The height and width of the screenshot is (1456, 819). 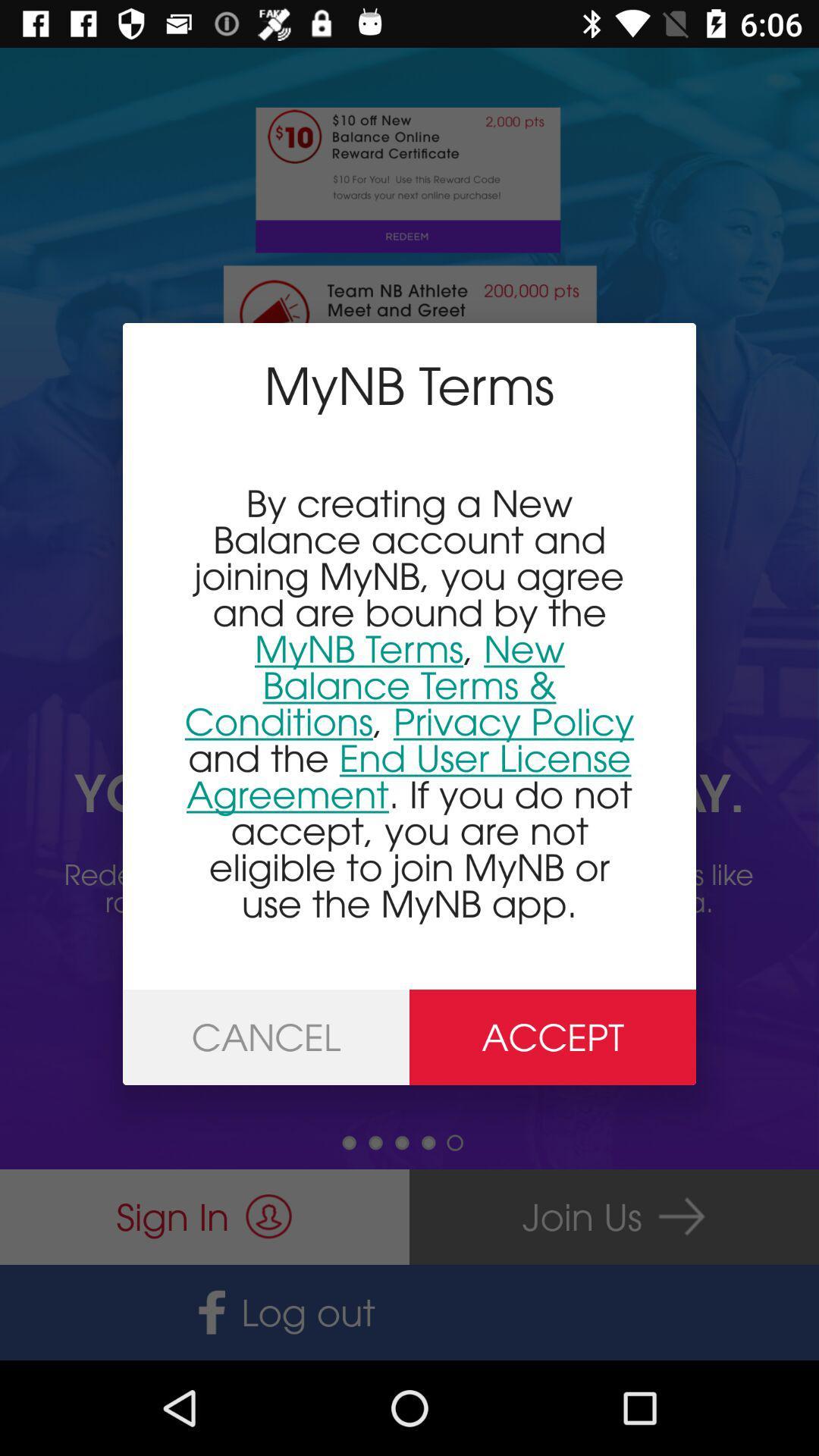 I want to click on the cancel, so click(x=265, y=1037).